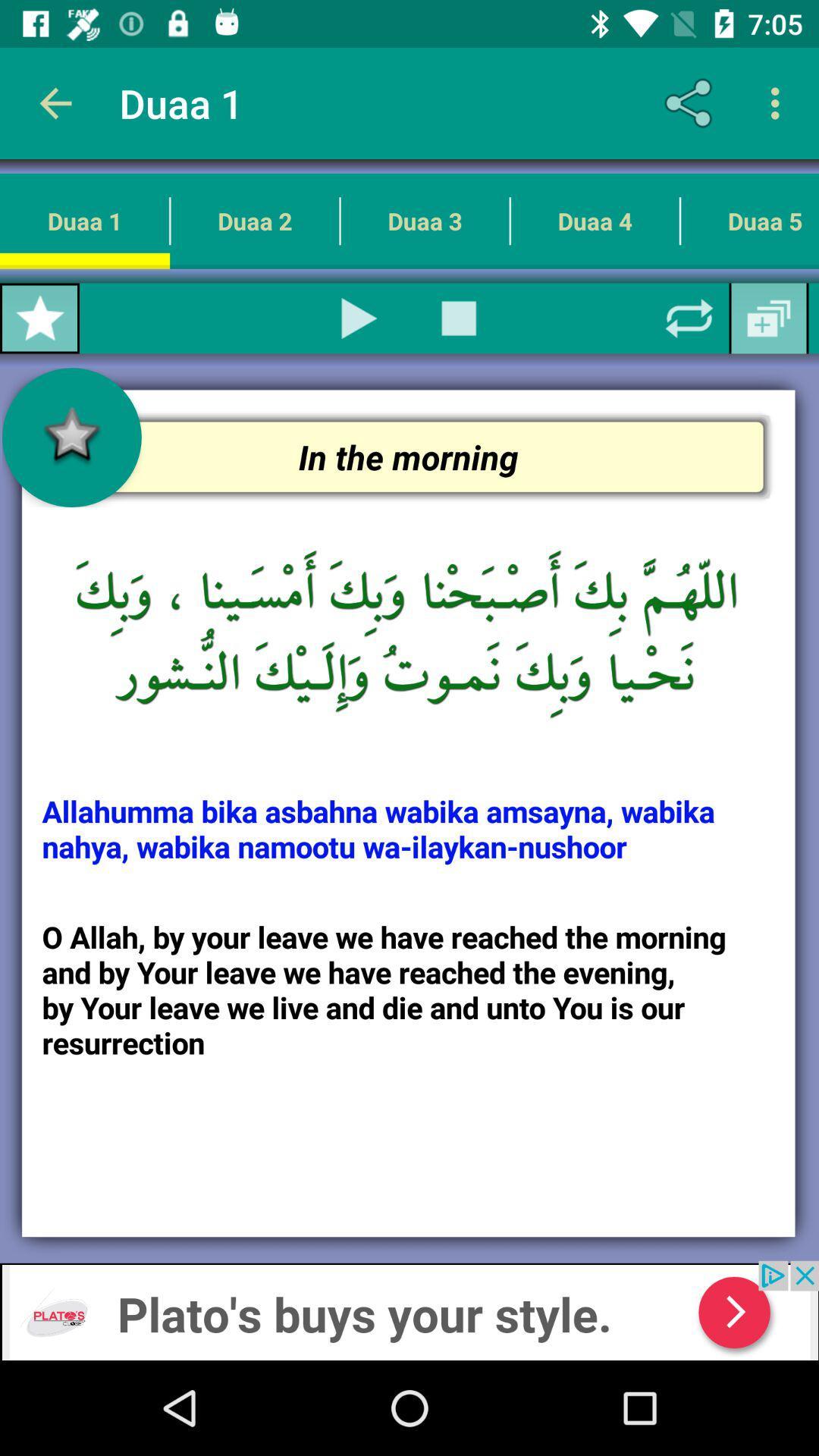 Image resolution: width=819 pixels, height=1456 pixels. Describe the element at coordinates (458, 318) in the screenshot. I see `item next to the duaa 4 app` at that location.